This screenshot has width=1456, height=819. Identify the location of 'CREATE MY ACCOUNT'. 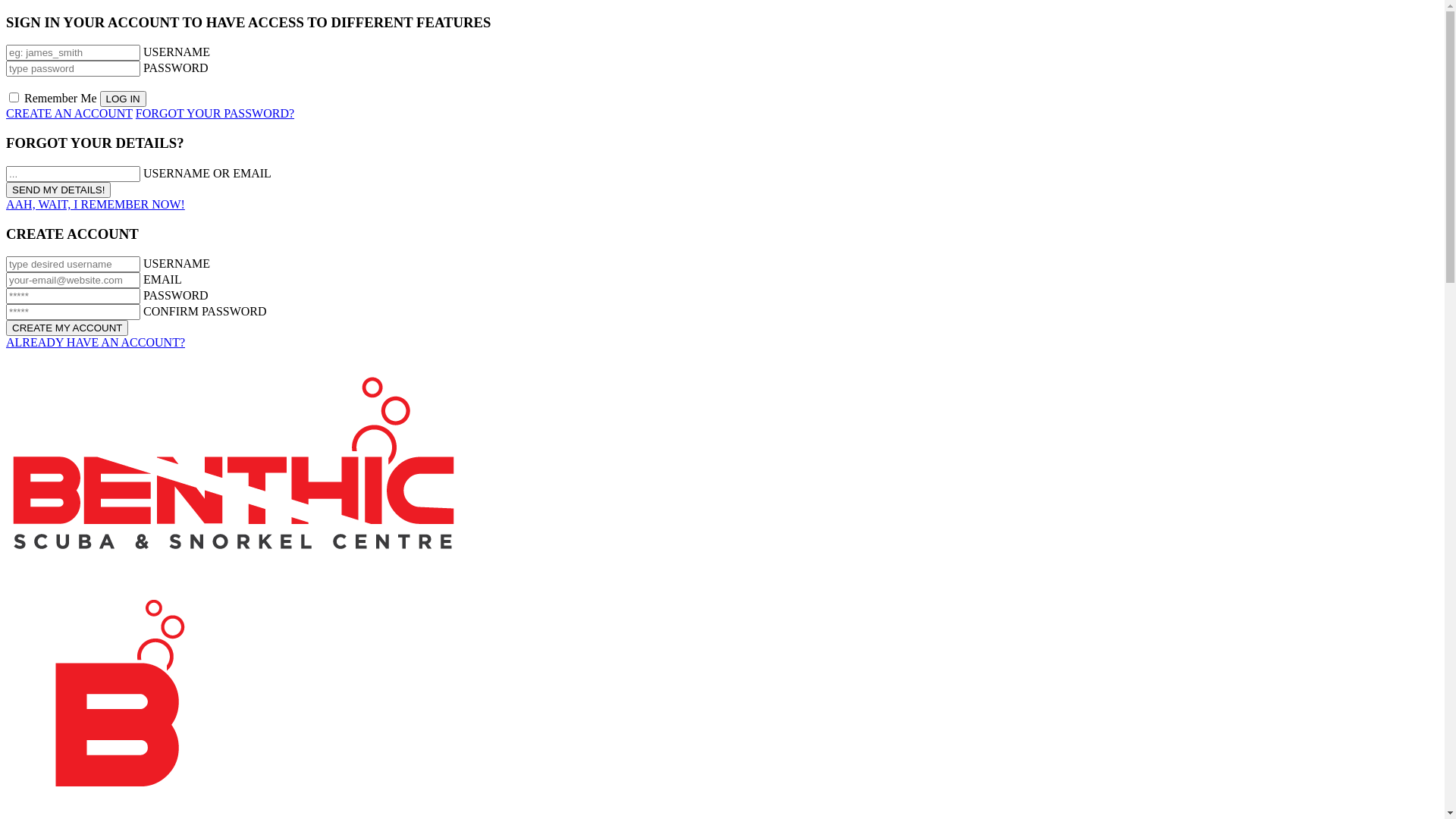
(66, 327).